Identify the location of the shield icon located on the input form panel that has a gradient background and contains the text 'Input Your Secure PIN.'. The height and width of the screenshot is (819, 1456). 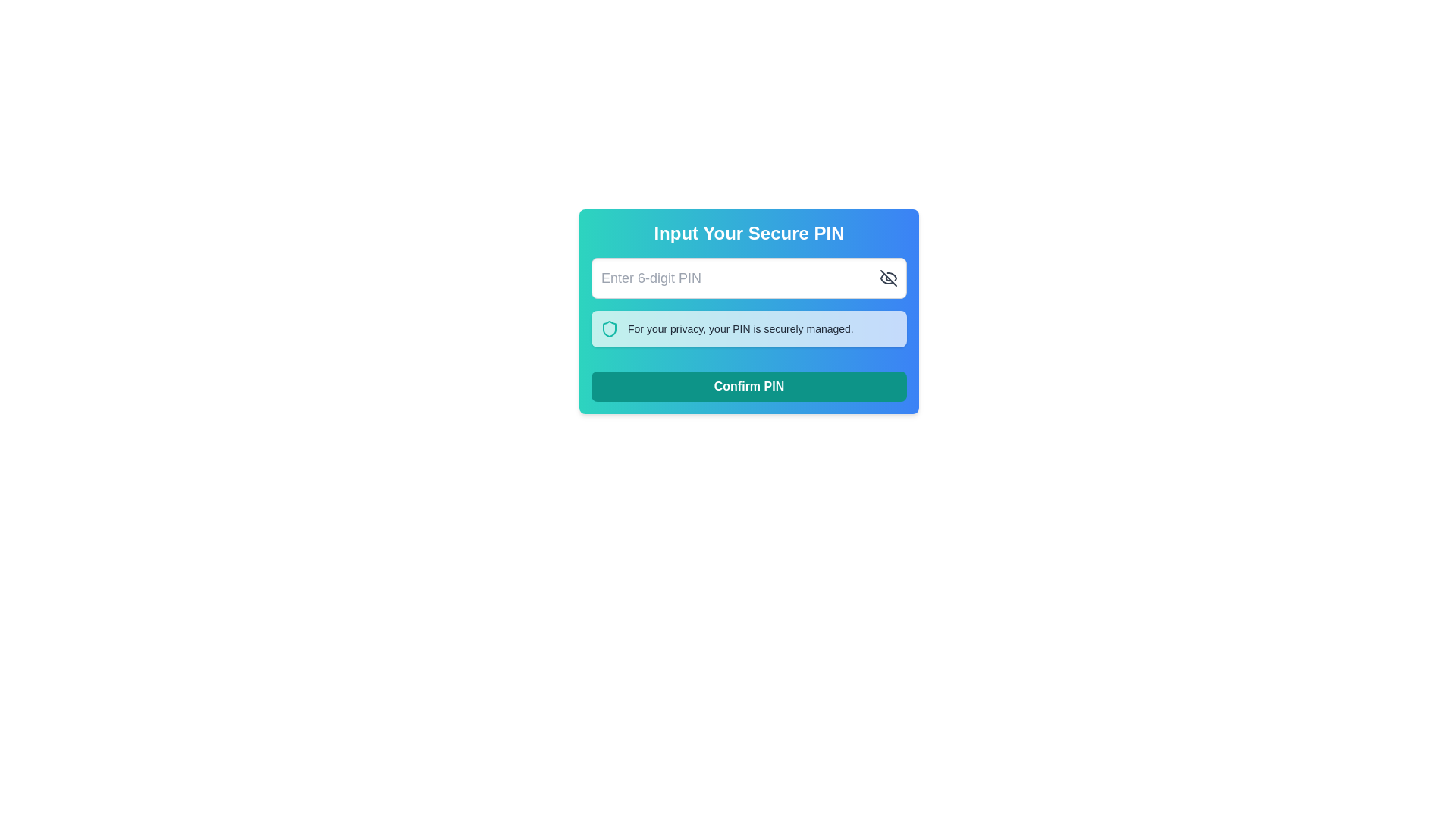
(749, 311).